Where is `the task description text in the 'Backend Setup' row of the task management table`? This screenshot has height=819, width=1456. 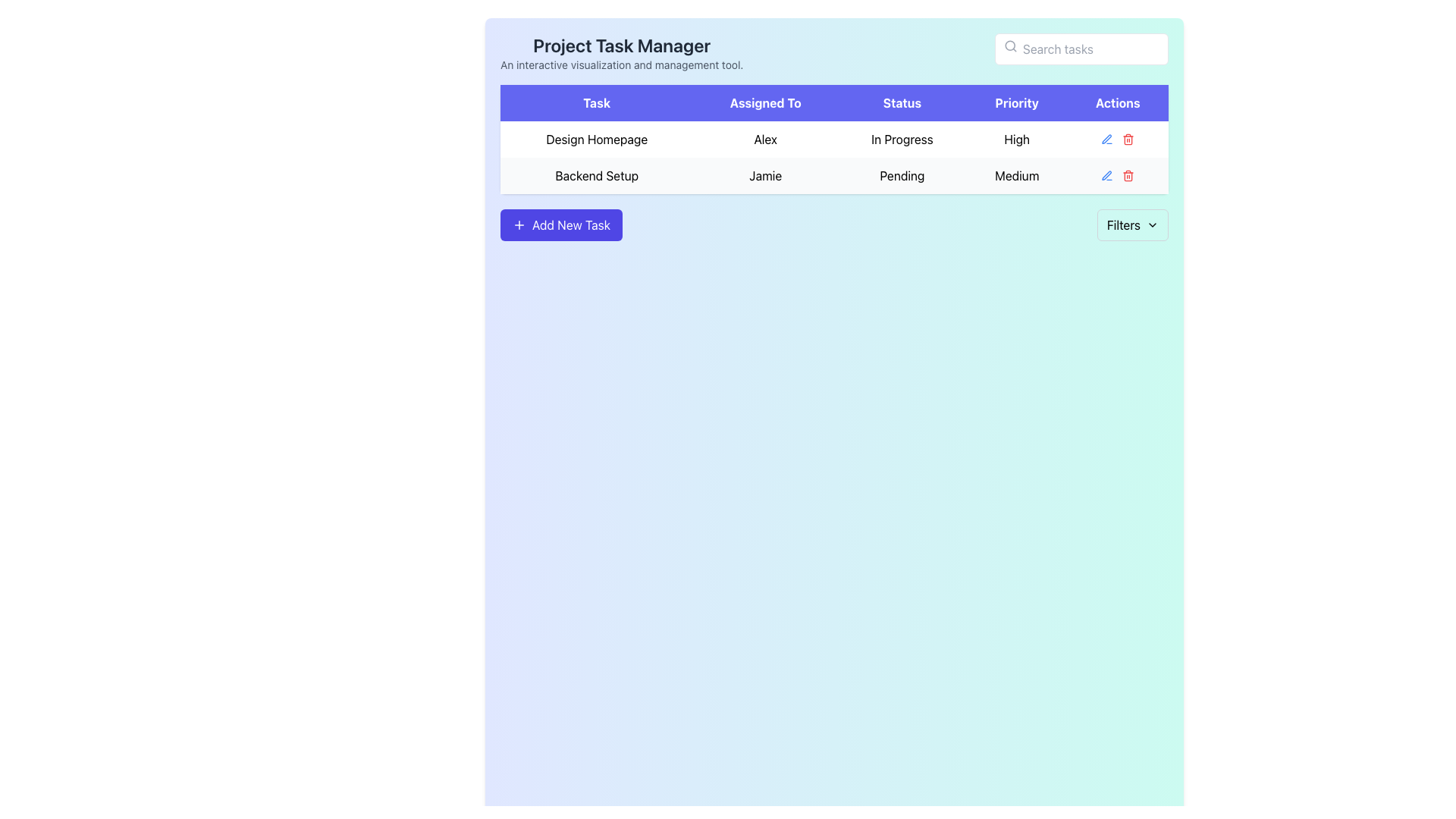
the task description text in the 'Backend Setup' row of the task management table is located at coordinates (596, 174).